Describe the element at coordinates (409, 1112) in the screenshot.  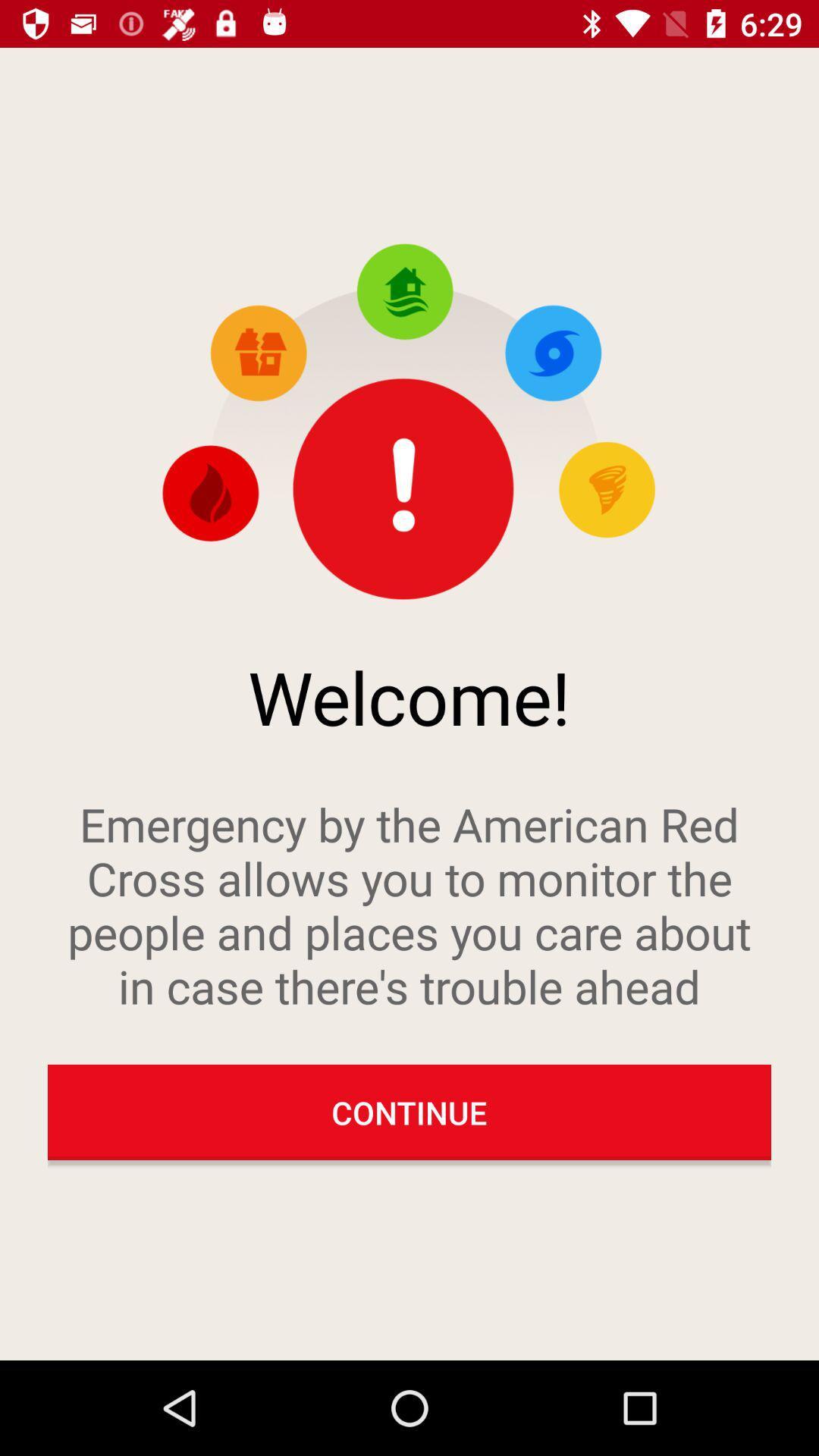
I see `the item below emergency by the icon` at that location.